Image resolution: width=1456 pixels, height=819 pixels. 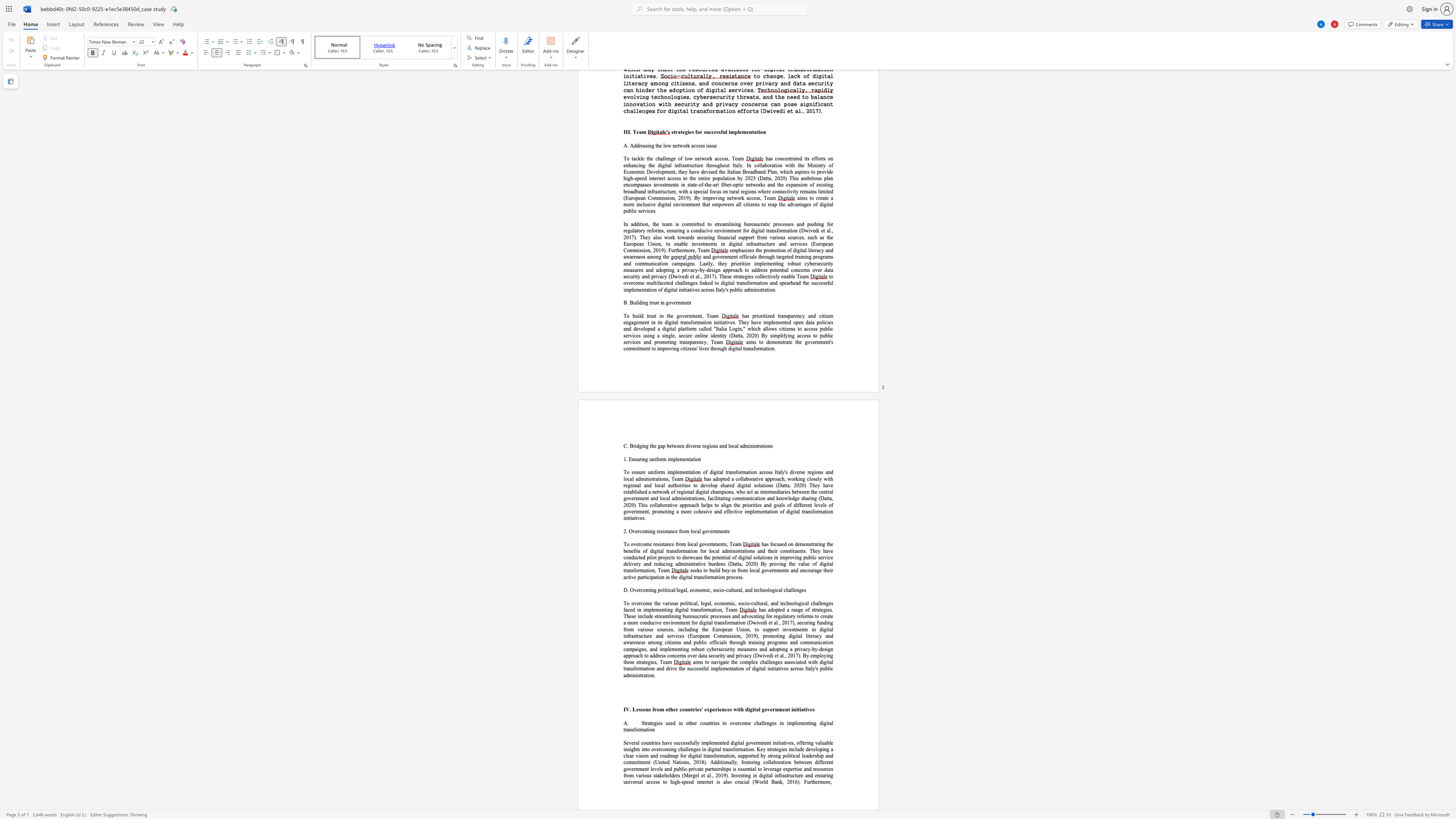 I want to click on the subset text "cipation in the d" within the text "active participation in the digital t", so click(x=647, y=577).